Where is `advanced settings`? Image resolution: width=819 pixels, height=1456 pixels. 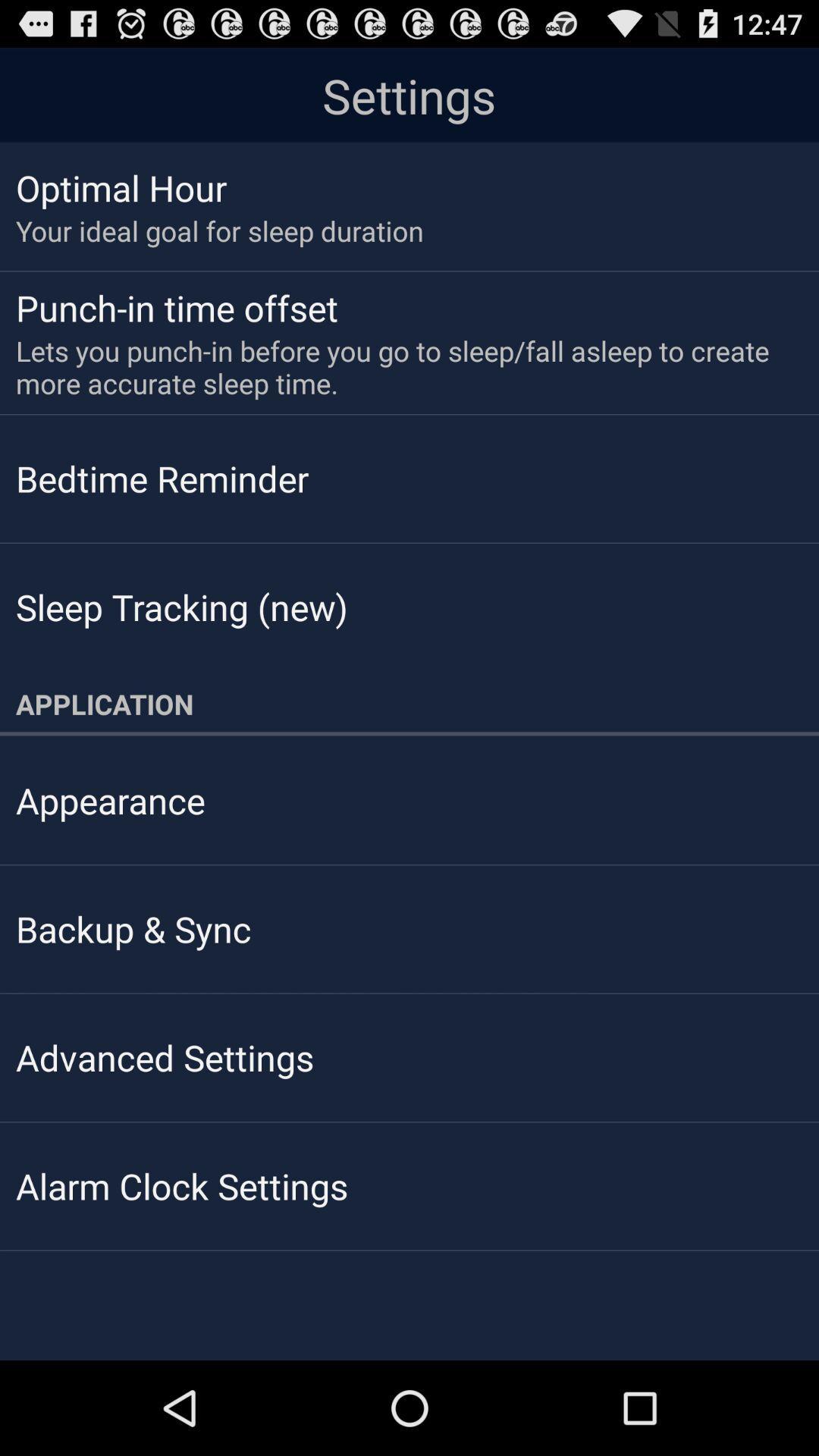 advanced settings is located at coordinates (165, 1056).